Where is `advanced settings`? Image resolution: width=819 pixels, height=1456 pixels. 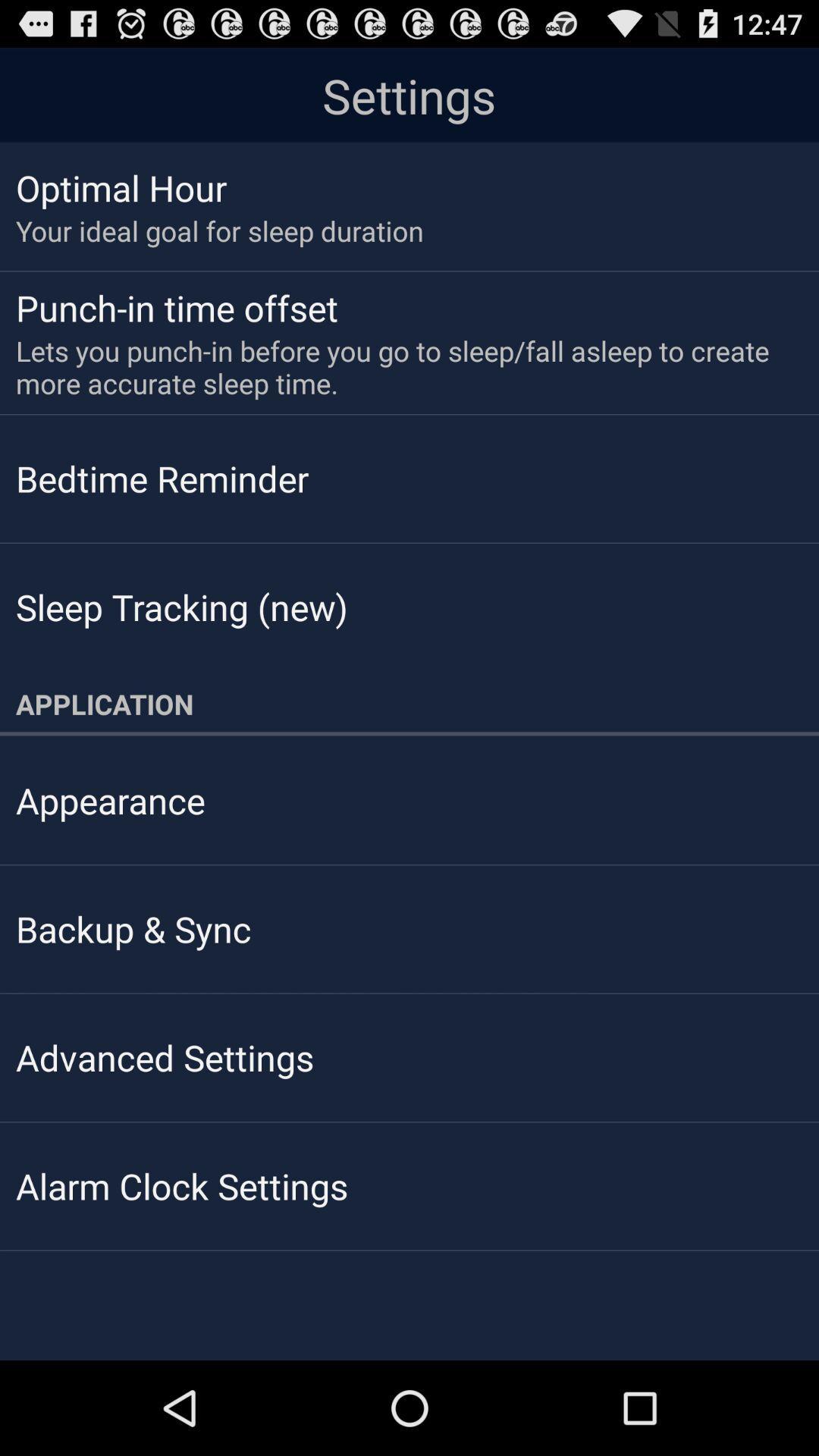 advanced settings is located at coordinates (165, 1056).